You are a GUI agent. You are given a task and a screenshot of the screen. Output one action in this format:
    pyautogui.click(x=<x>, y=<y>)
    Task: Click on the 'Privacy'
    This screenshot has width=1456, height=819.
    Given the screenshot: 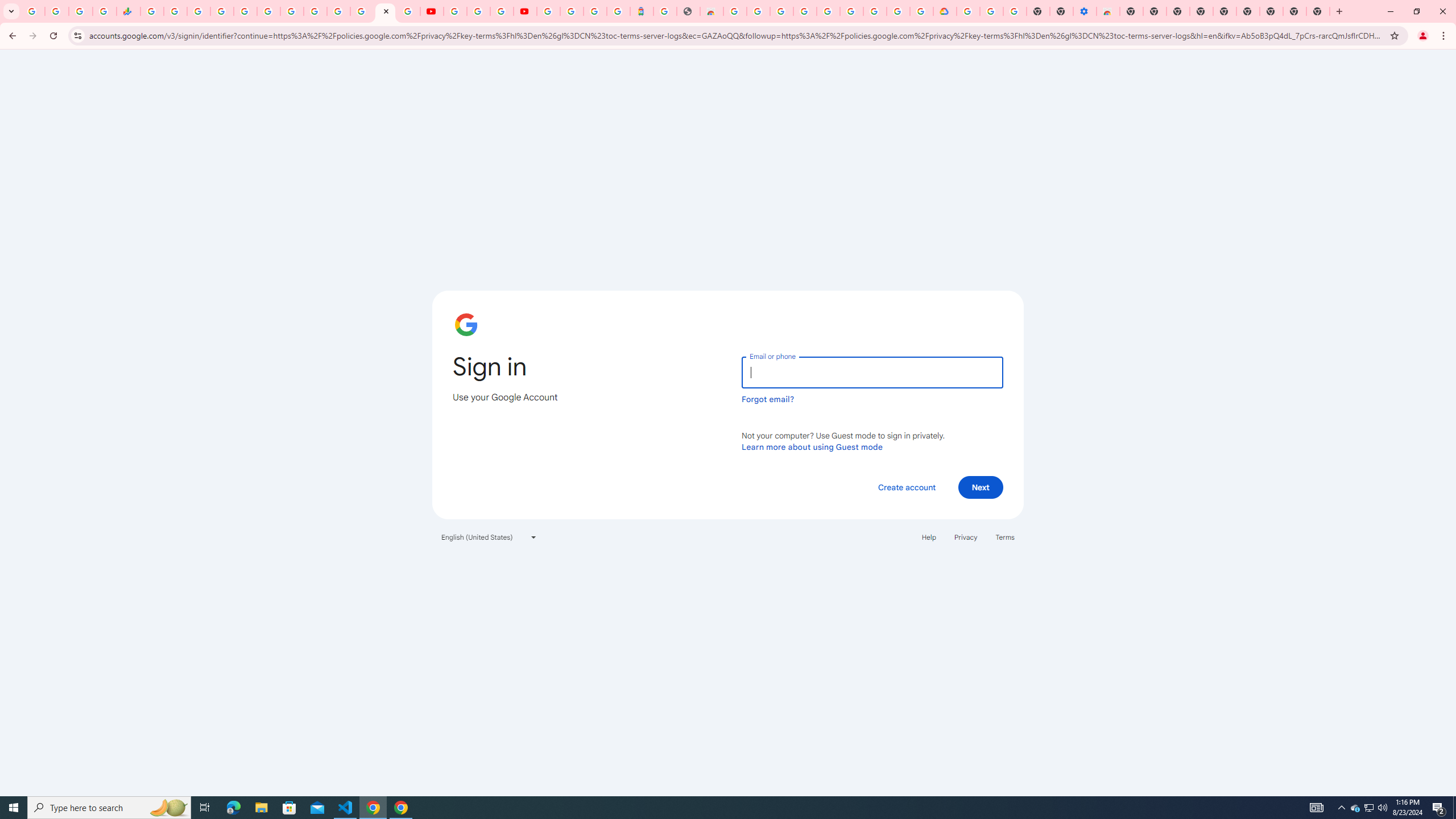 What is the action you would take?
    pyautogui.click(x=965, y=536)
    